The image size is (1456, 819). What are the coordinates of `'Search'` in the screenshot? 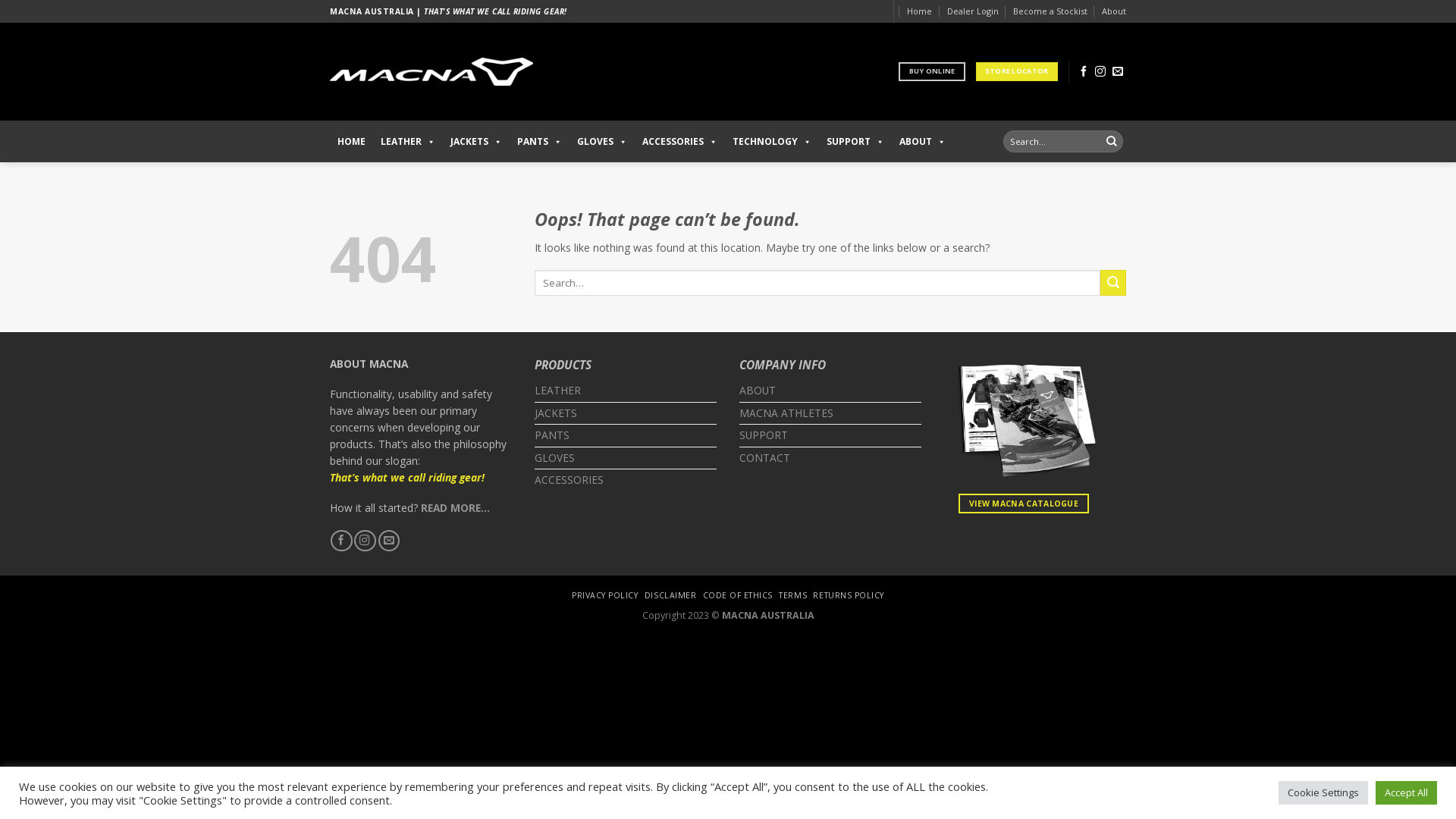 It's located at (1100, 141).